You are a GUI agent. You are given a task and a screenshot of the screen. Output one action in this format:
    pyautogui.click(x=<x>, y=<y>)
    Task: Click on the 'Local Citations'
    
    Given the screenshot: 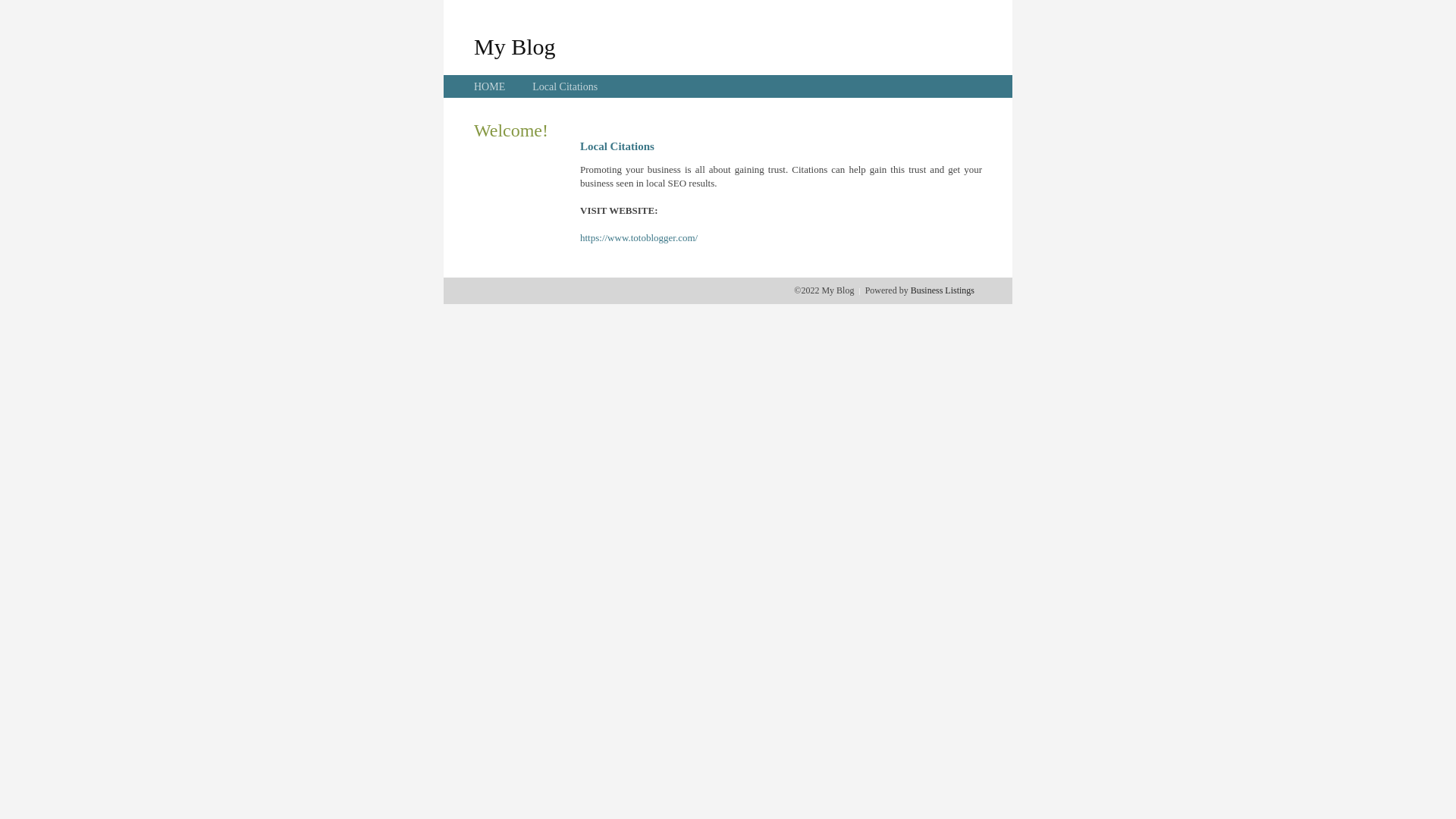 What is the action you would take?
    pyautogui.click(x=563, y=86)
    